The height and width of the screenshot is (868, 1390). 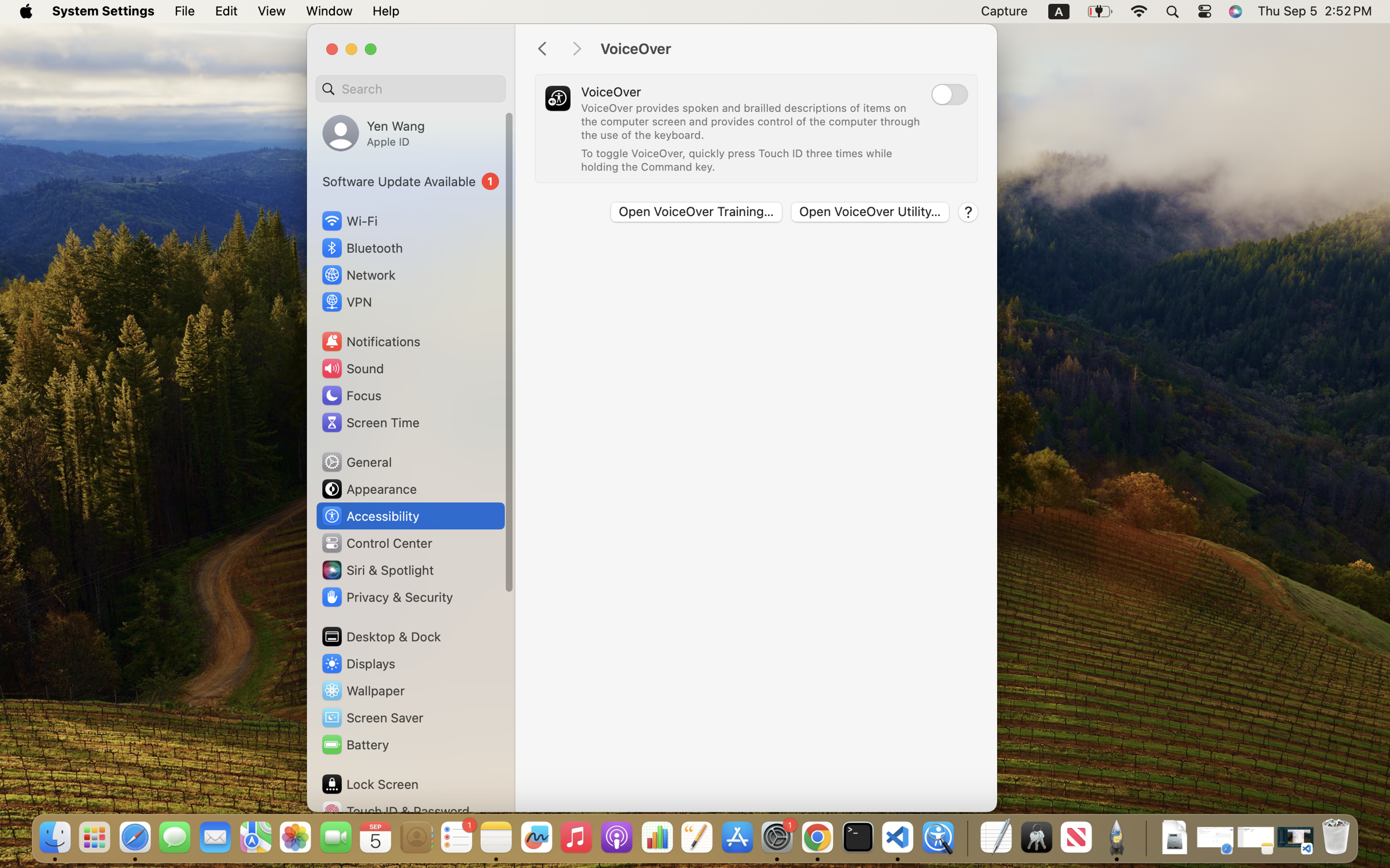 I want to click on 'Notifications', so click(x=370, y=340).